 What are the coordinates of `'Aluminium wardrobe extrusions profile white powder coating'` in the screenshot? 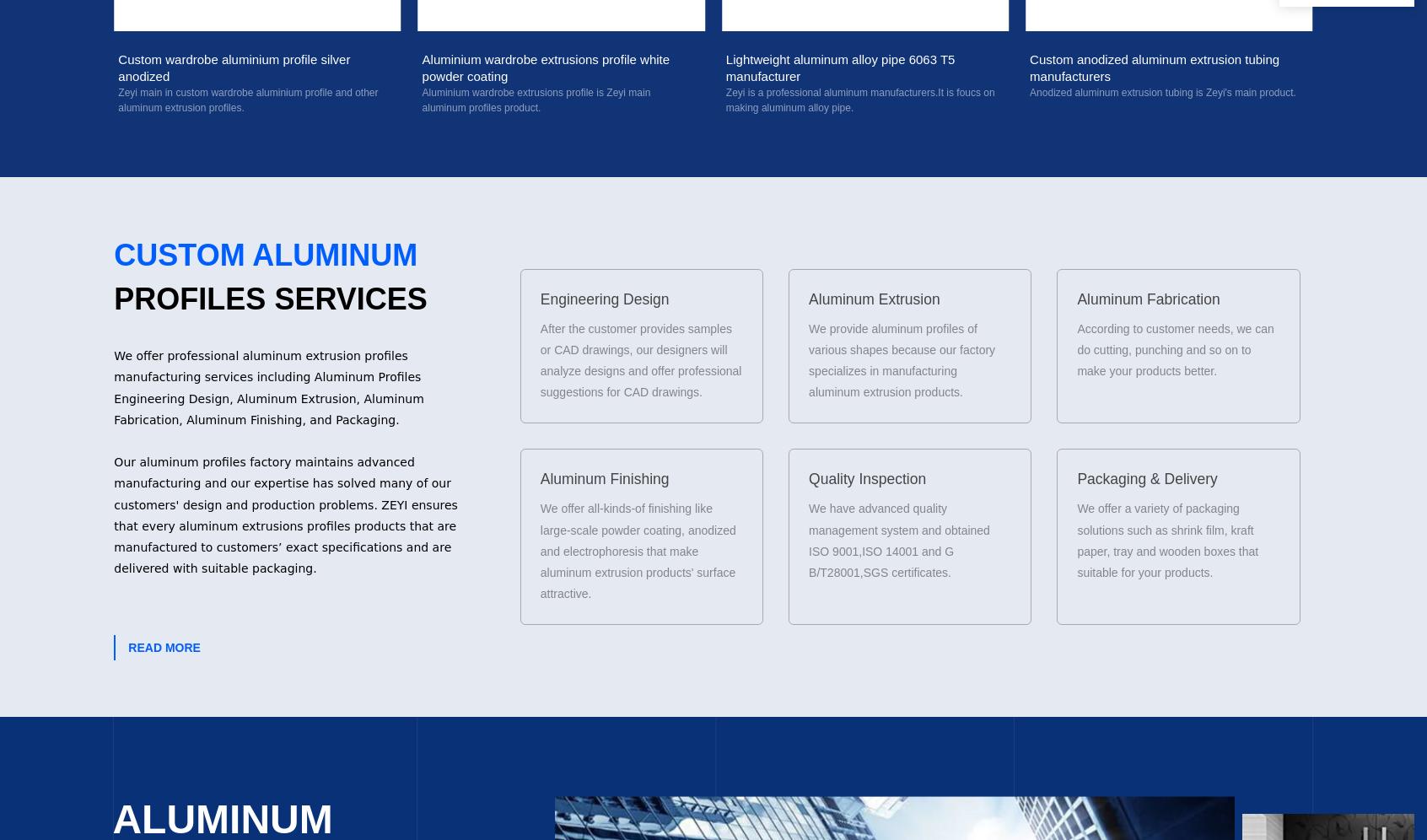 It's located at (240, 66).